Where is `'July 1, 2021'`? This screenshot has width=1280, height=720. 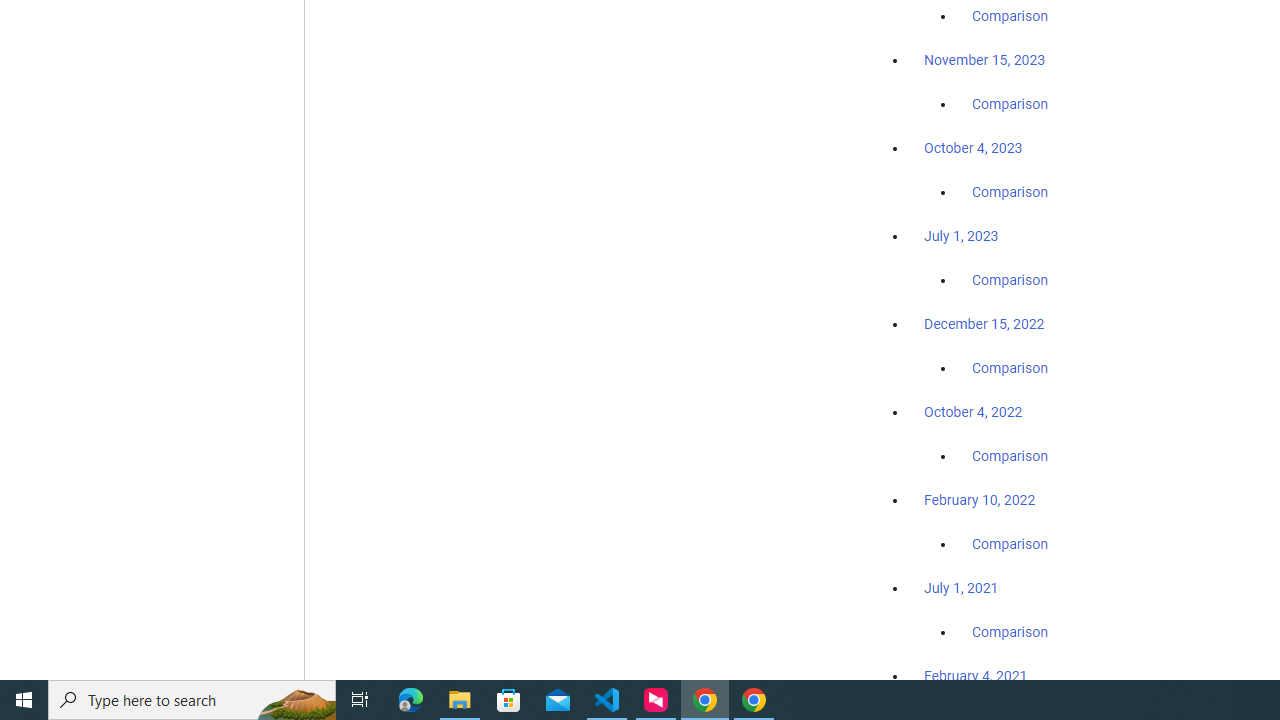
'July 1, 2021' is located at coordinates (961, 586).